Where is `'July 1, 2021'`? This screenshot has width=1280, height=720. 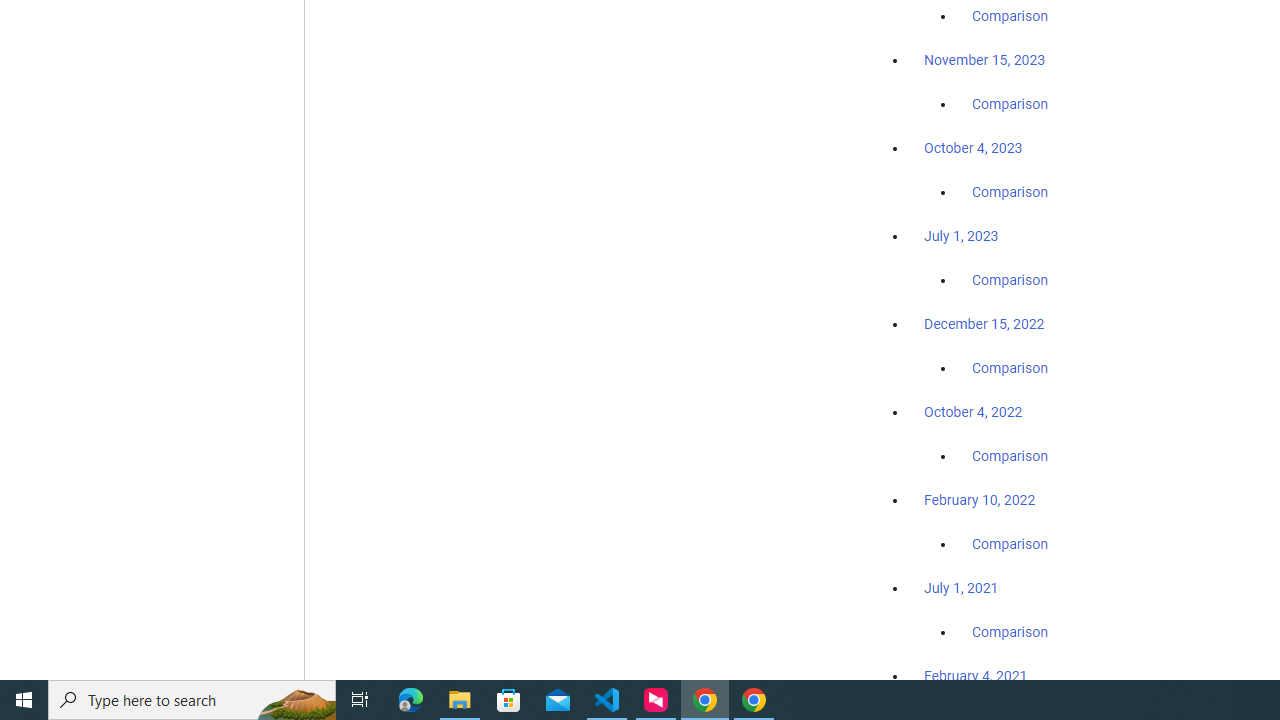
'July 1, 2021' is located at coordinates (961, 586).